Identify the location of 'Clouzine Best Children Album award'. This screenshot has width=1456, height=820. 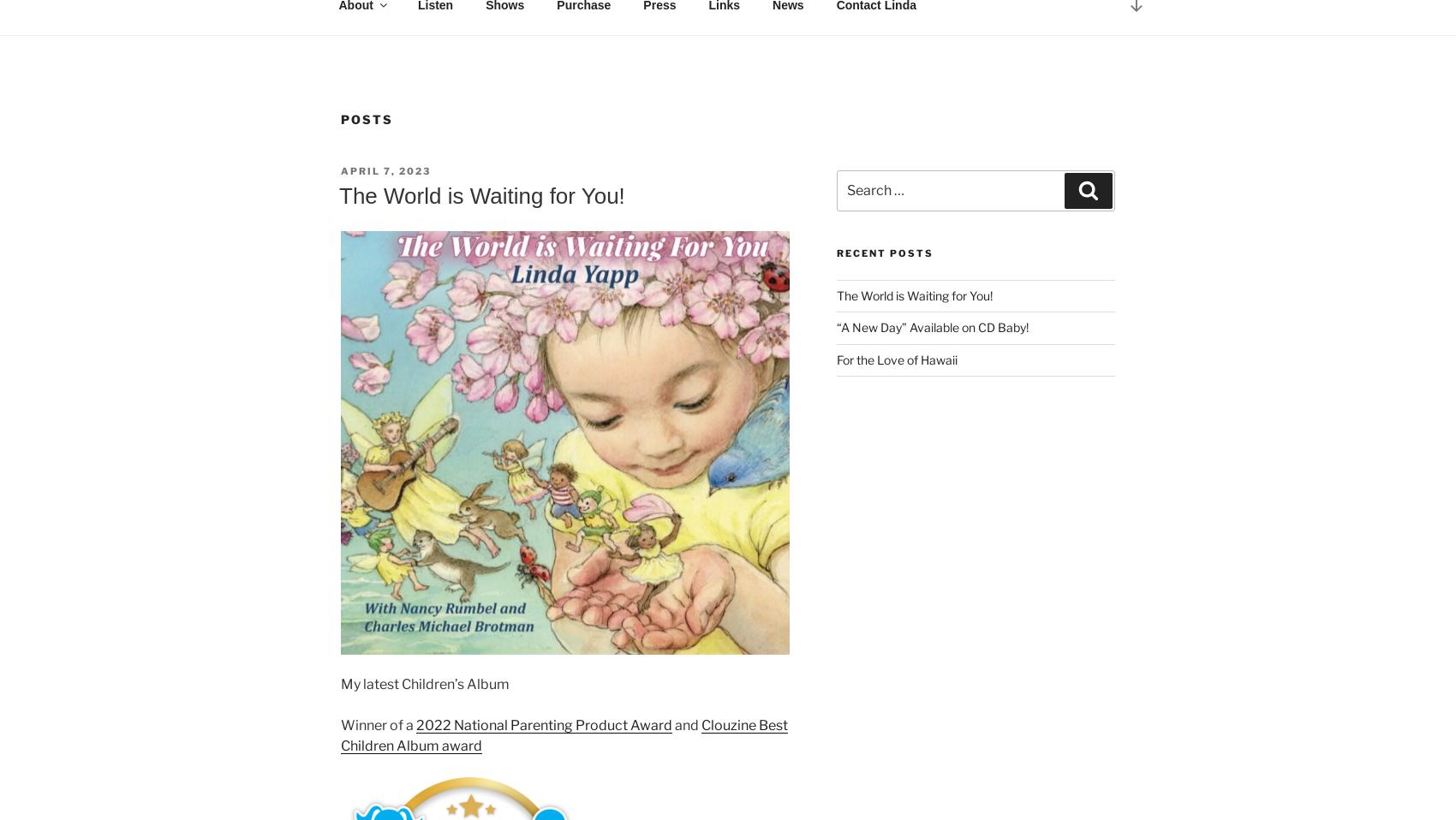
(564, 734).